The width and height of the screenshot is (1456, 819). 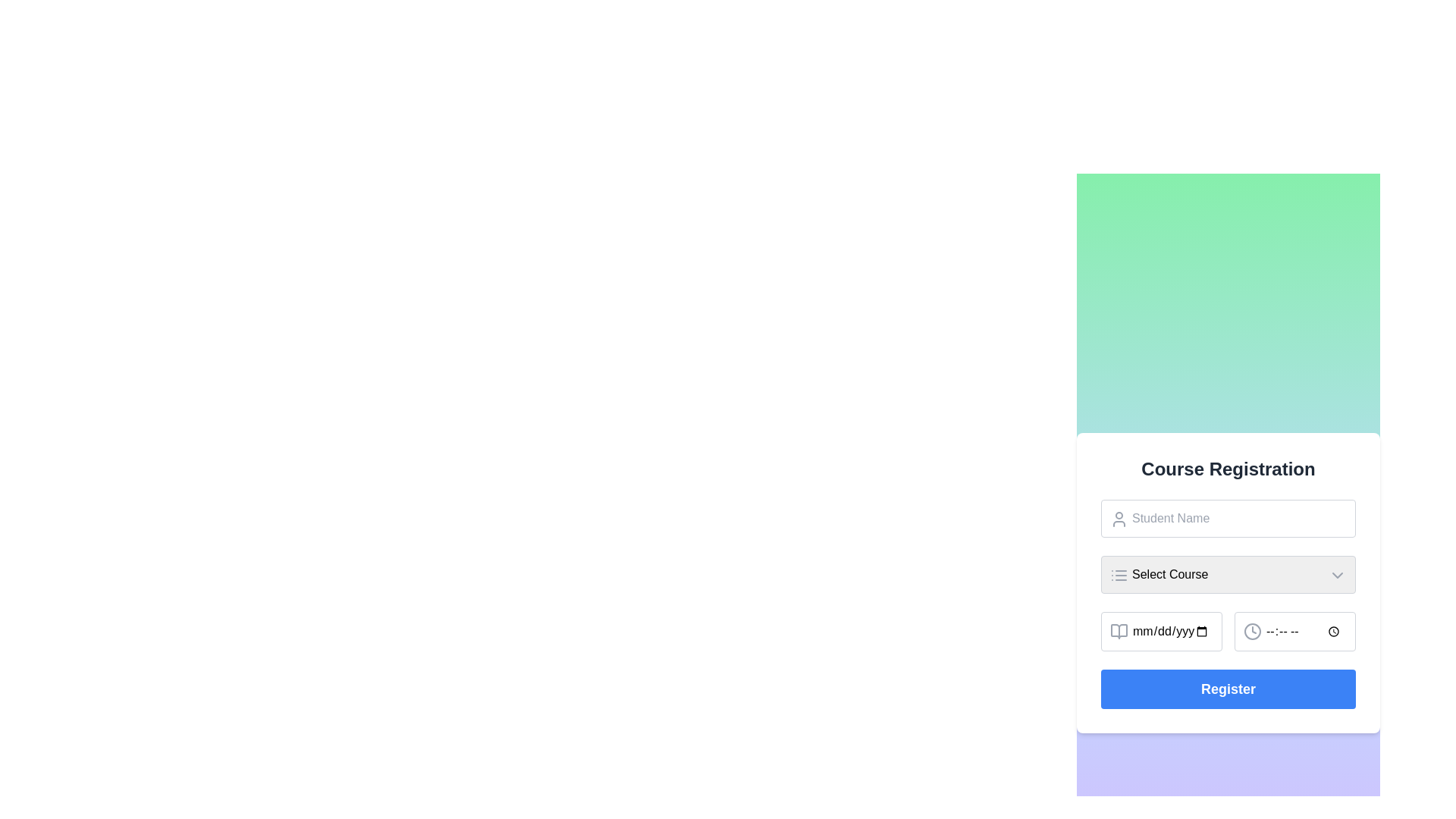 What do you see at coordinates (1228, 689) in the screenshot?
I see `the 'Register' button with bright blue background and white bold text` at bounding box center [1228, 689].